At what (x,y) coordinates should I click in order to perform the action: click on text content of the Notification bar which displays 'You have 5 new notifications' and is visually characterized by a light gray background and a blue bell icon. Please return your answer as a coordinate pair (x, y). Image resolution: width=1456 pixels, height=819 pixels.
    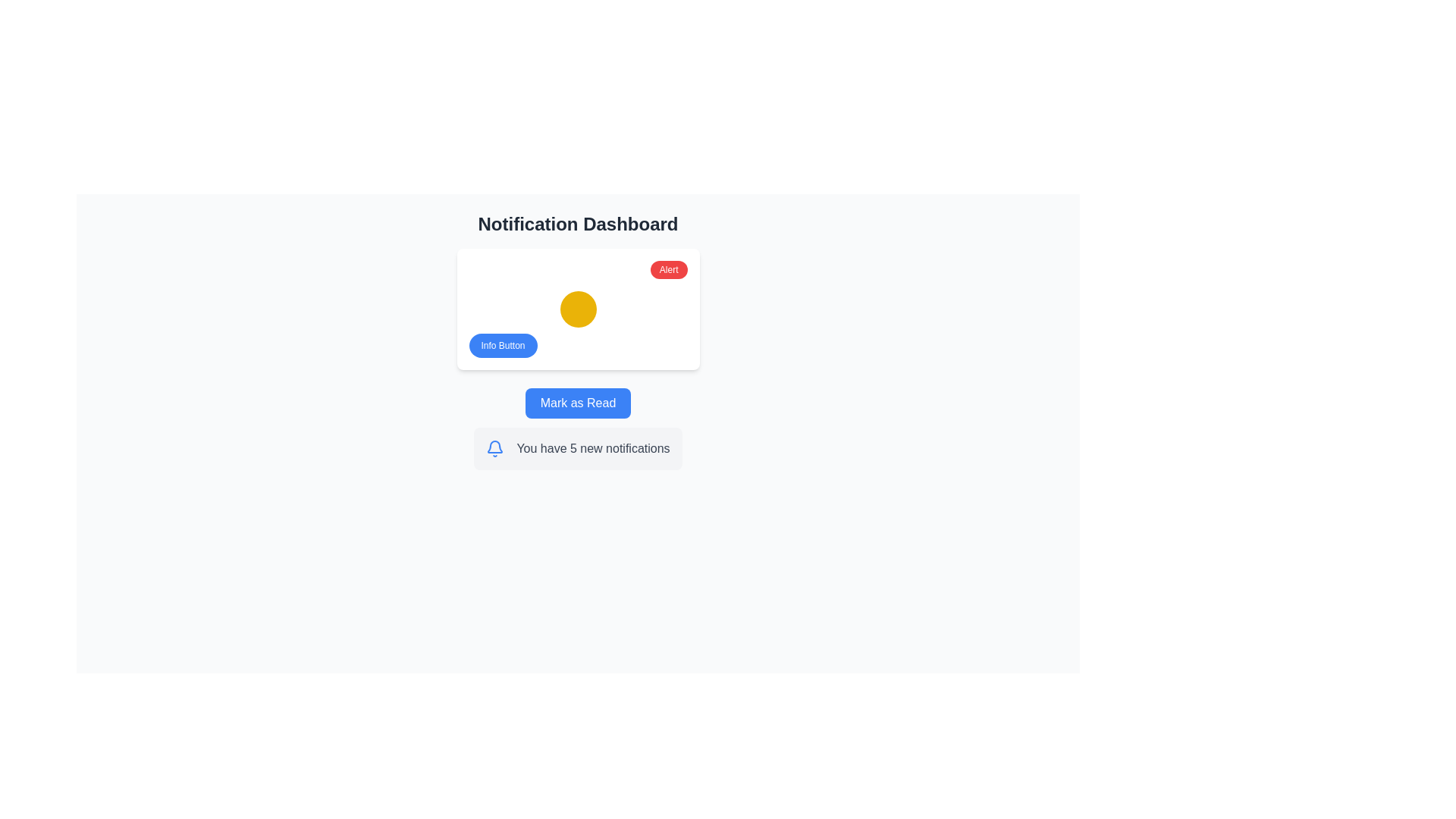
    Looking at the image, I should click on (577, 447).